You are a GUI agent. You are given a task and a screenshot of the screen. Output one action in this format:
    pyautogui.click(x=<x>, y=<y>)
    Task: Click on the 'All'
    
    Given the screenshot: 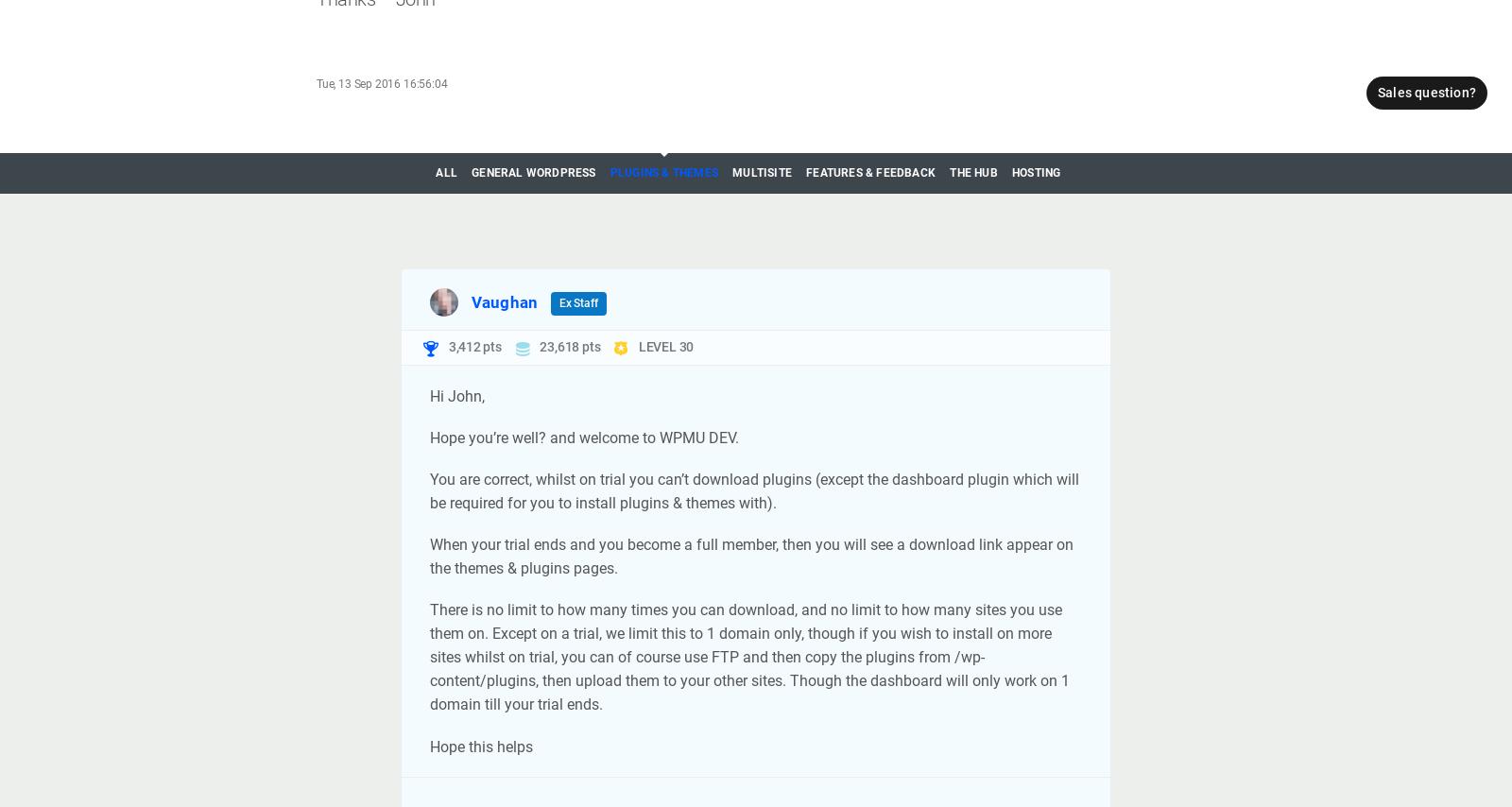 What is the action you would take?
    pyautogui.click(x=434, y=171)
    